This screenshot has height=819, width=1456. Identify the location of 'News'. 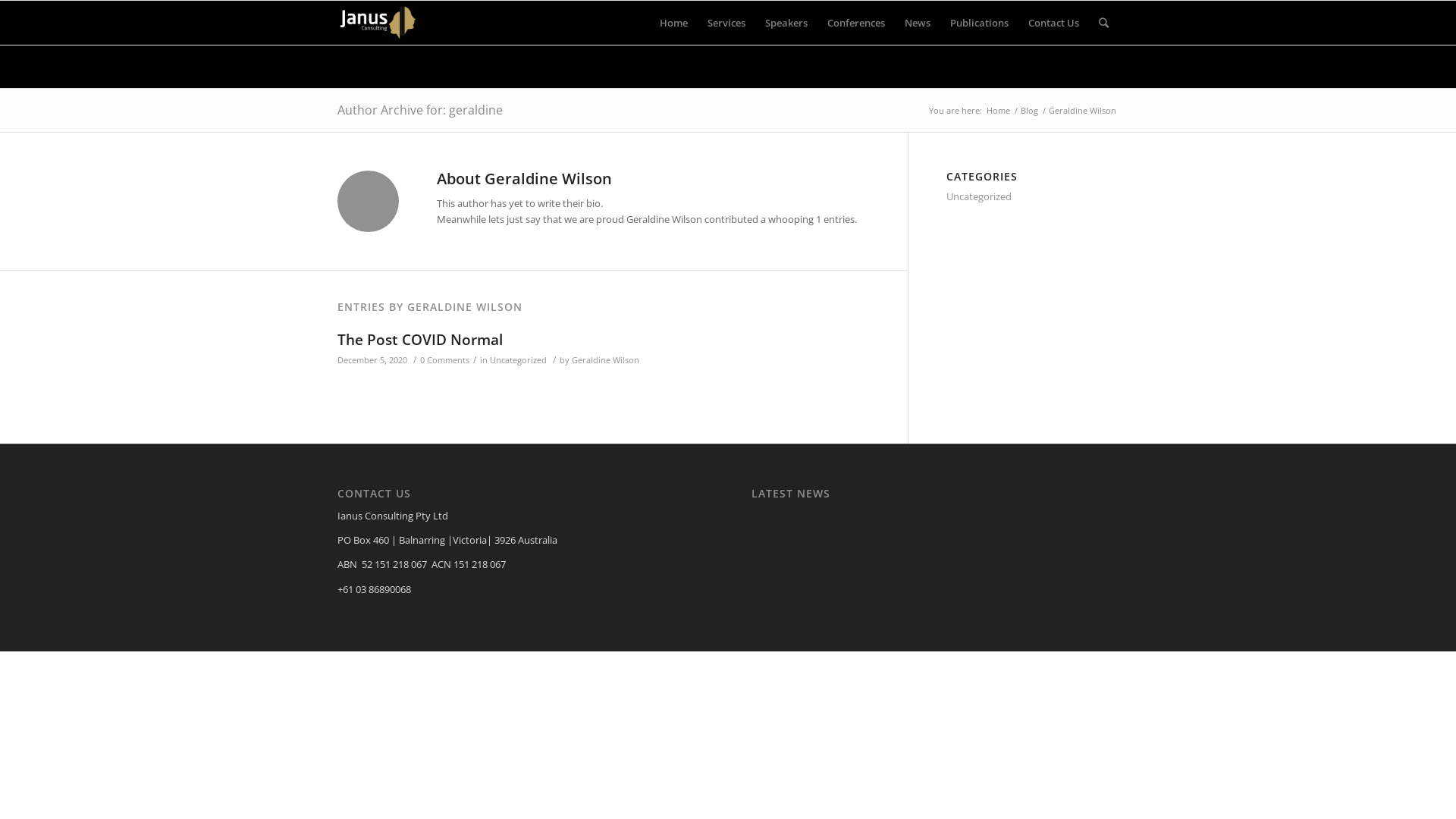
(916, 23).